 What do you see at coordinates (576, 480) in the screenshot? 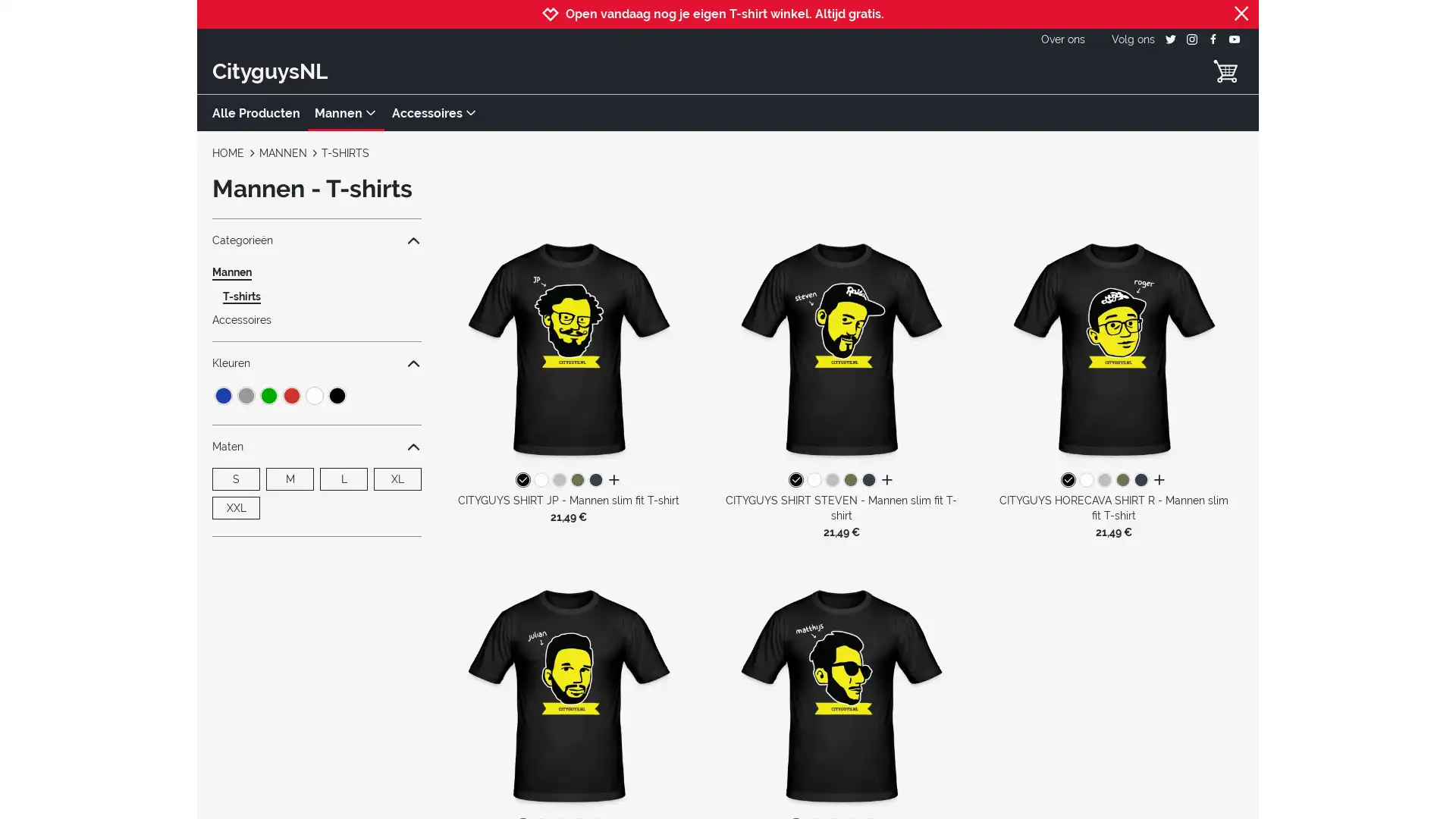
I see `kakigroen` at bounding box center [576, 480].